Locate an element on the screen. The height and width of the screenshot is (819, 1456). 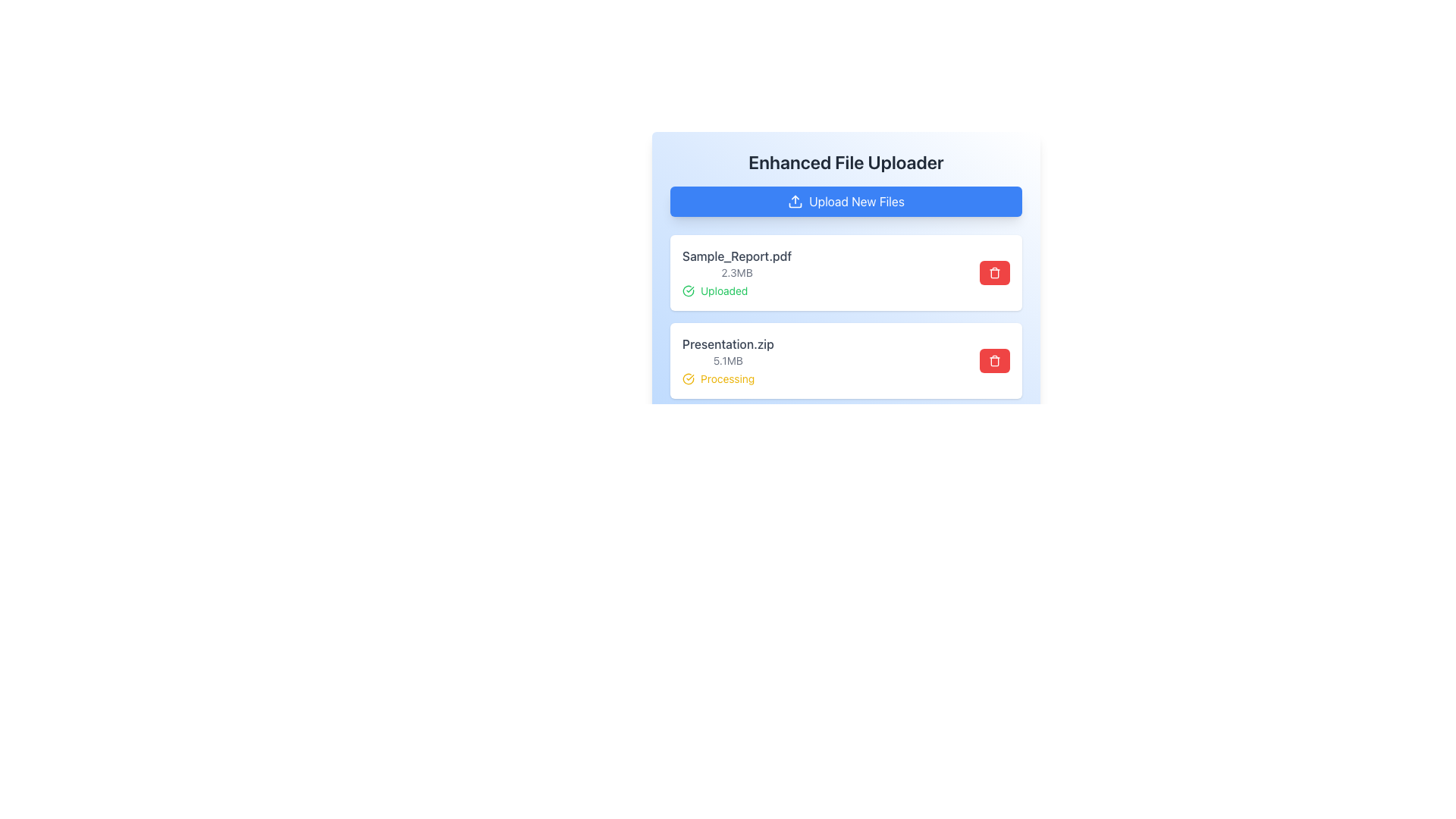
the text that serves as the name or identifier of the uploaded file in the file upload interface is located at coordinates (737, 256).